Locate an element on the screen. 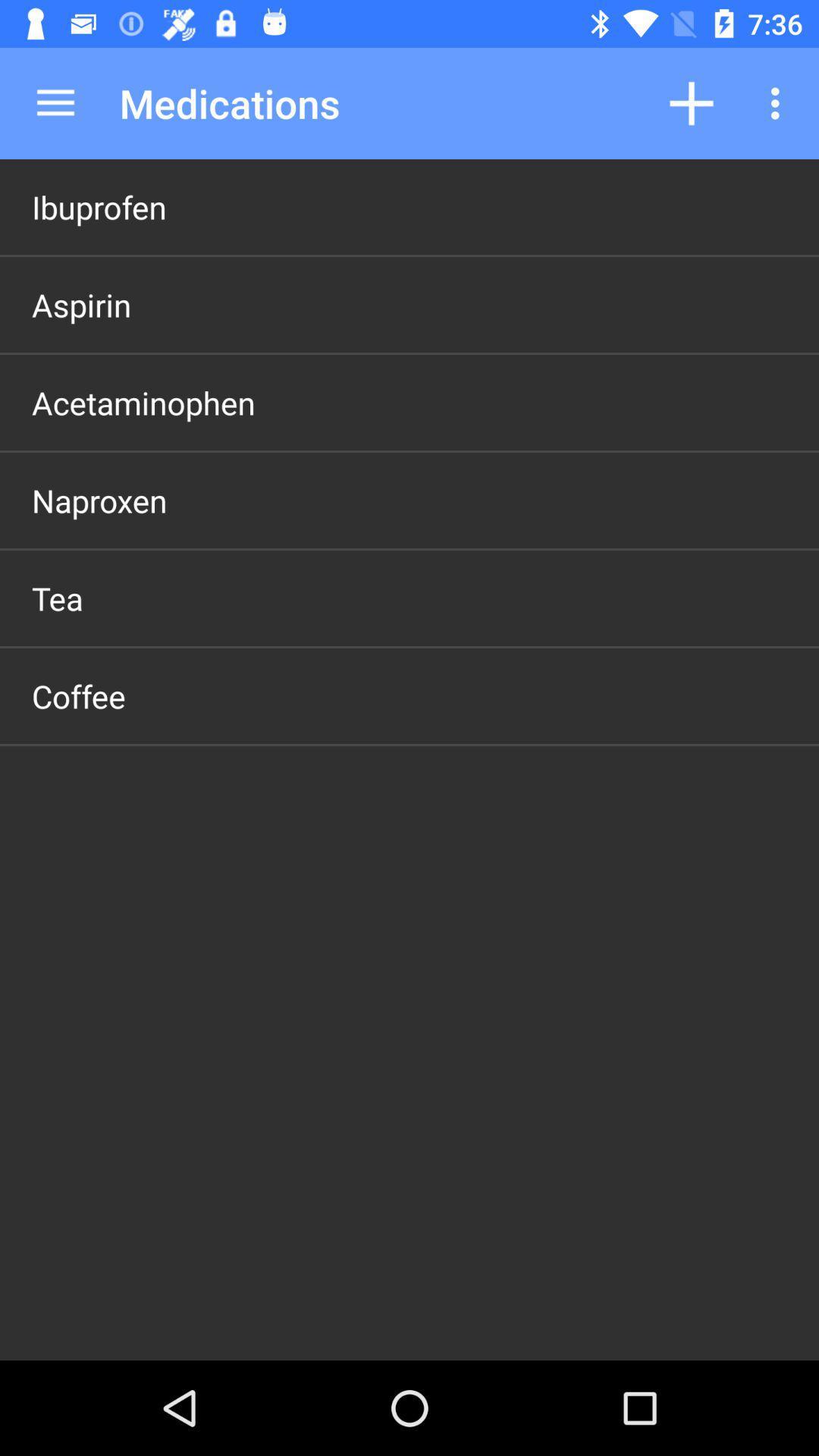 The height and width of the screenshot is (1456, 819). coffee item is located at coordinates (78, 695).